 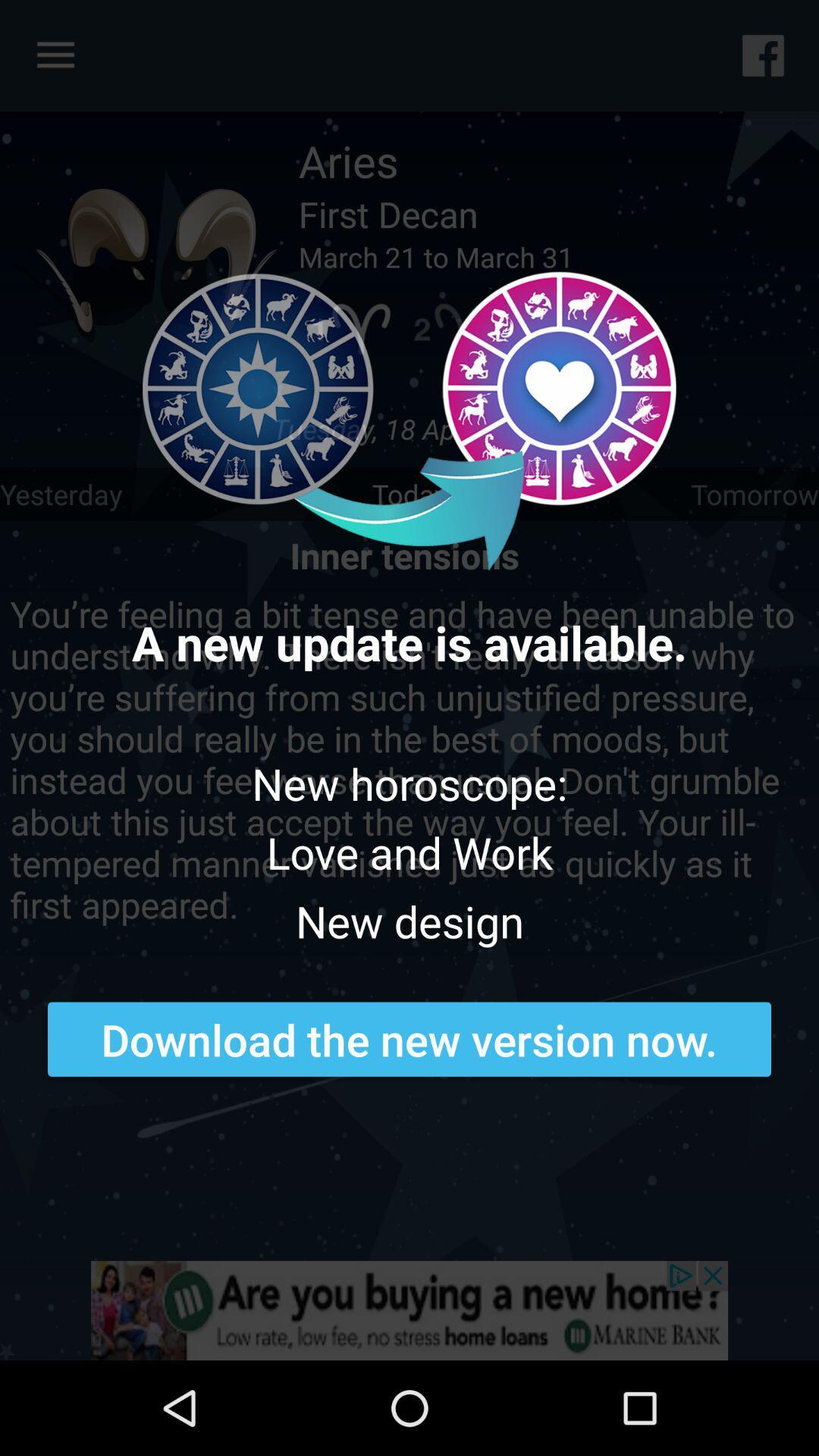 What do you see at coordinates (409, 1038) in the screenshot?
I see `download the new at the bottom` at bounding box center [409, 1038].